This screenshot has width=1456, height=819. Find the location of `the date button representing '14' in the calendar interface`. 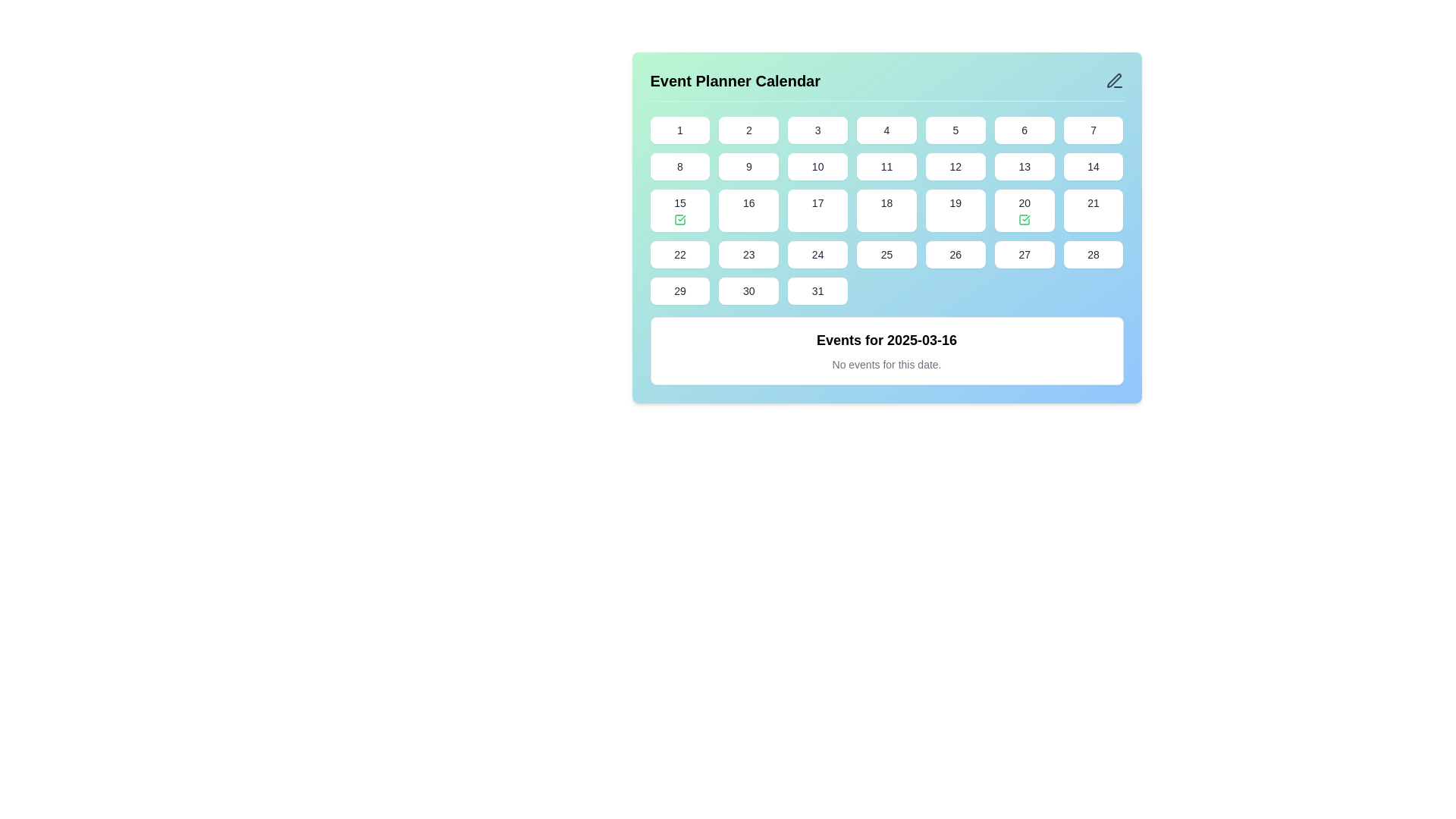

the date button representing '14' in the calendar interface is located at coordinates (1094, 166).